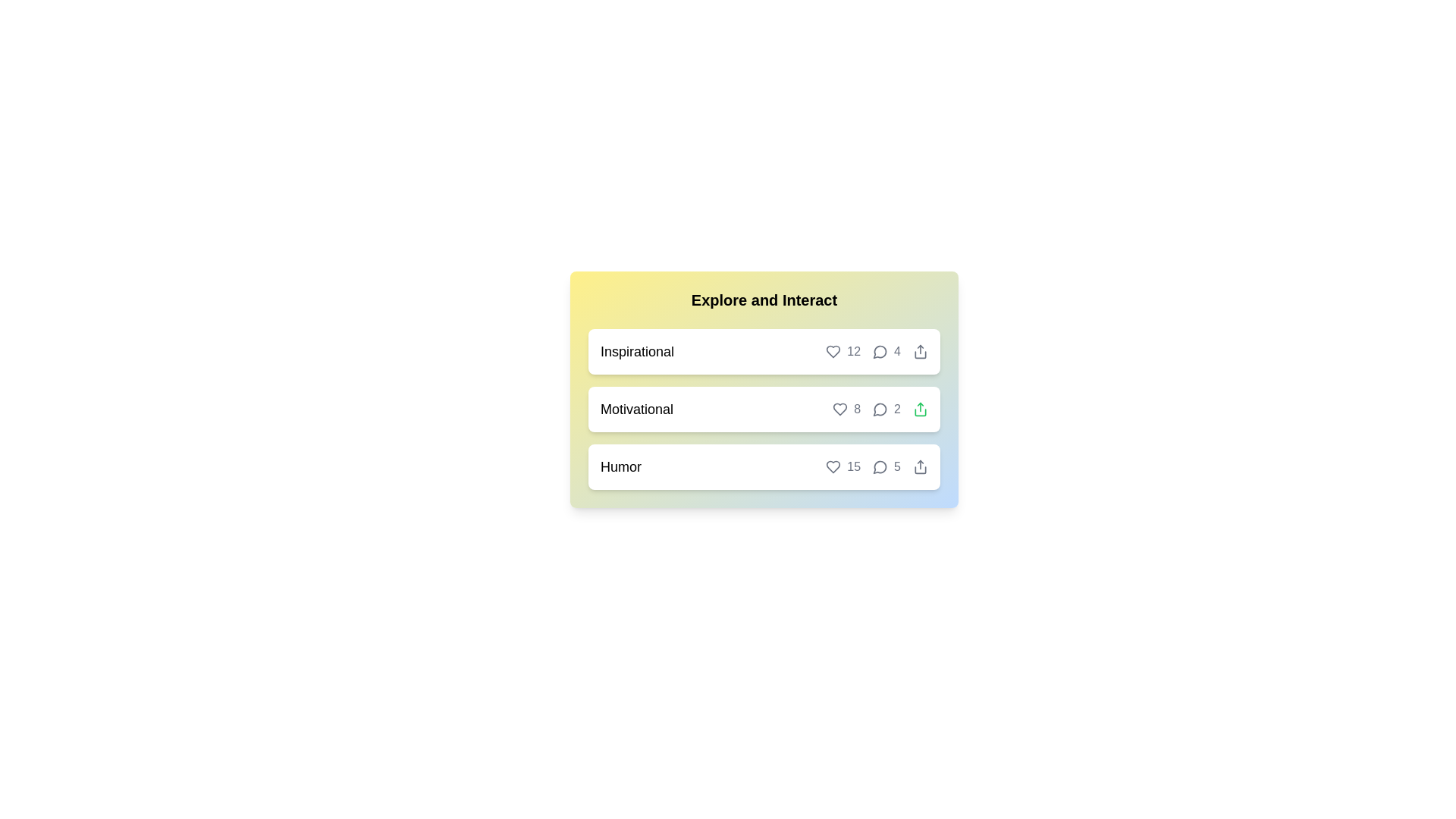 This screenshot has width=1456, height=819. Describe the element at coordinates (846, 409) in the screenshot. I see `'like' button for the chip labeled 'Motivational'` at that location.